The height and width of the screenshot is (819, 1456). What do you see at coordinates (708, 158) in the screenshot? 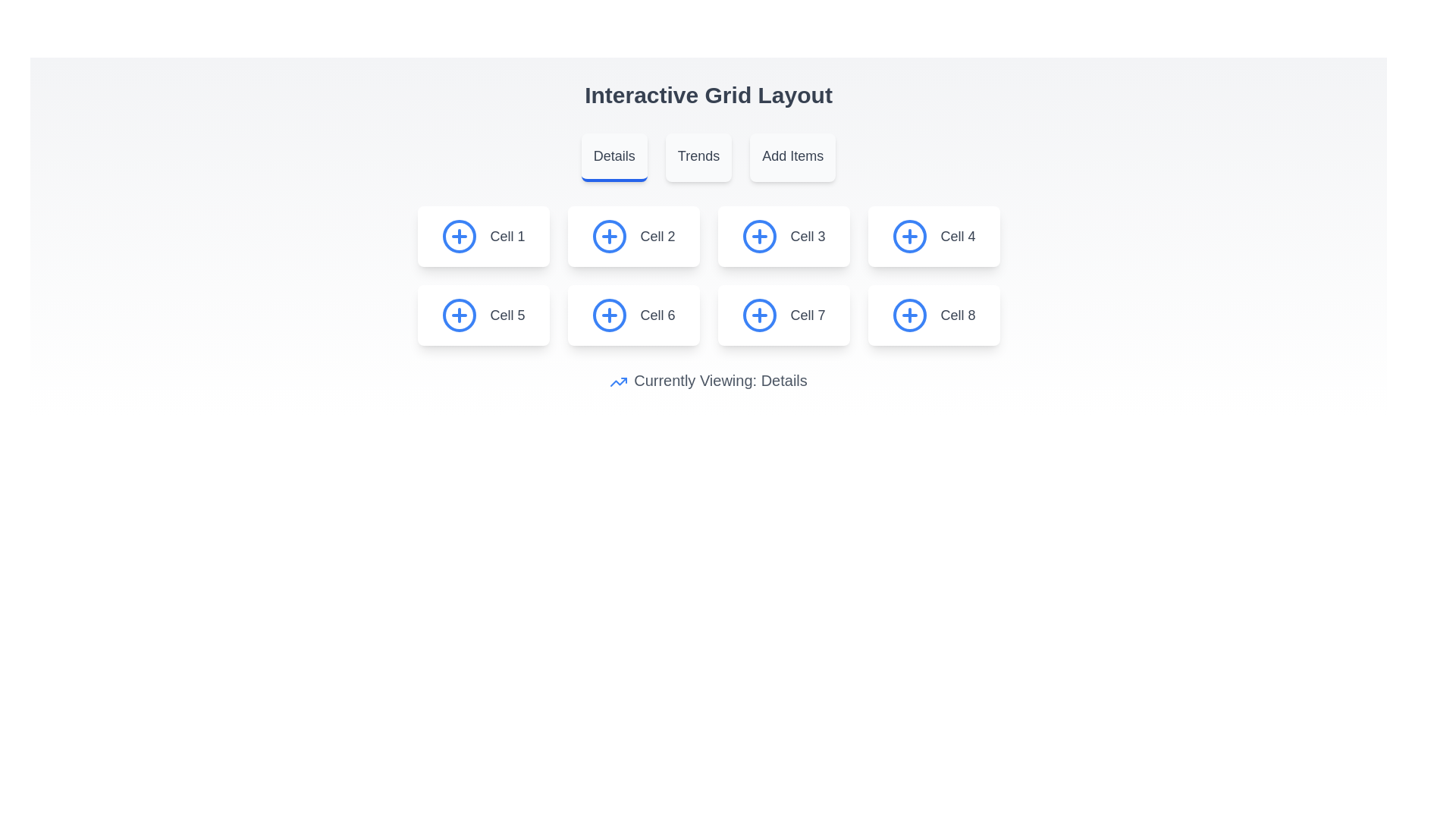
I see `the middle button in the navigation menu below the title 'Interactive Grid Layout'` at bounding box center [708, 158].